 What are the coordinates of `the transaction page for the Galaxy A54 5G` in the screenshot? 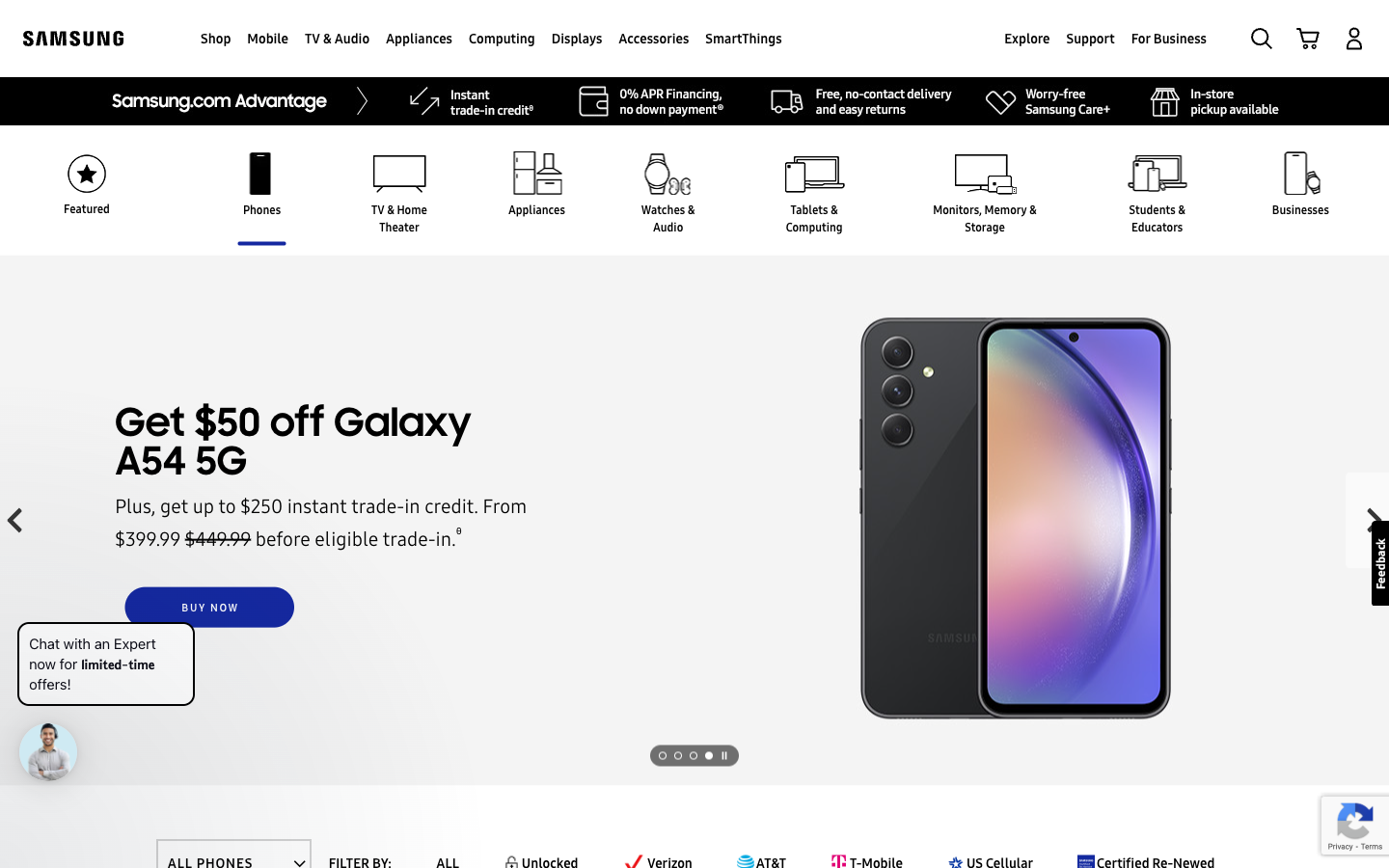 It's located at (209, 608).